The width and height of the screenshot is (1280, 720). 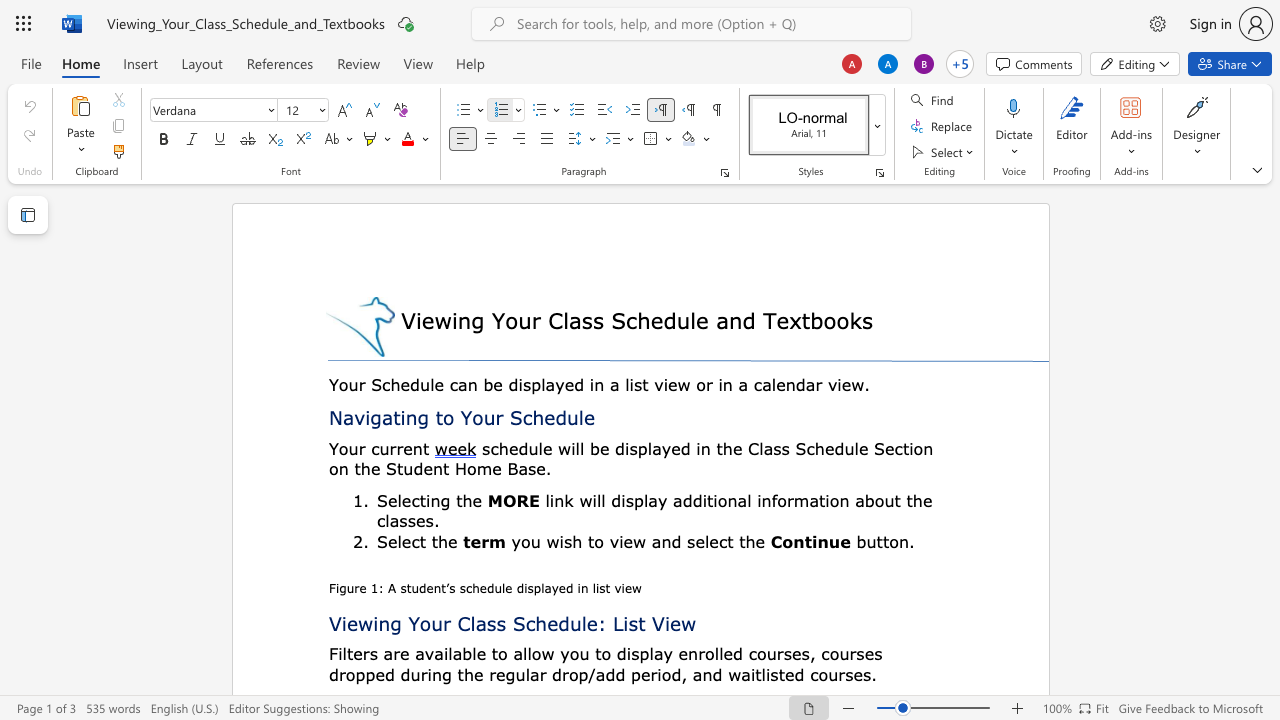 What do you see at coordinates (437, 541) in the screenshot?
I see `the space between the continuous character "t" and "h" in the text` at bounding box center [437, 541].